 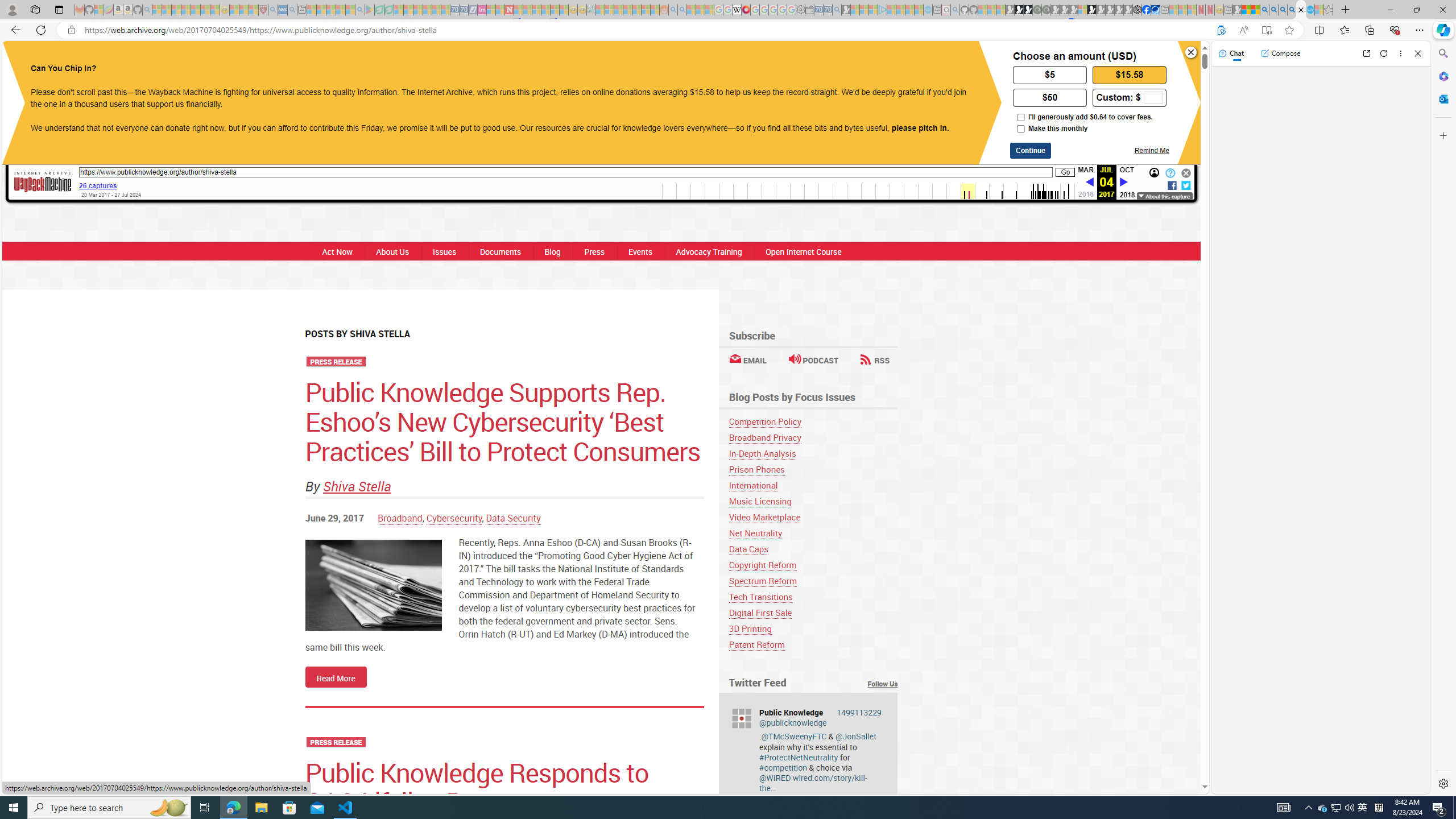 What do you see at coordinates (812, 421) in the screenshot?
I see `'Competition Policy'` at bounding box center [812, 421].